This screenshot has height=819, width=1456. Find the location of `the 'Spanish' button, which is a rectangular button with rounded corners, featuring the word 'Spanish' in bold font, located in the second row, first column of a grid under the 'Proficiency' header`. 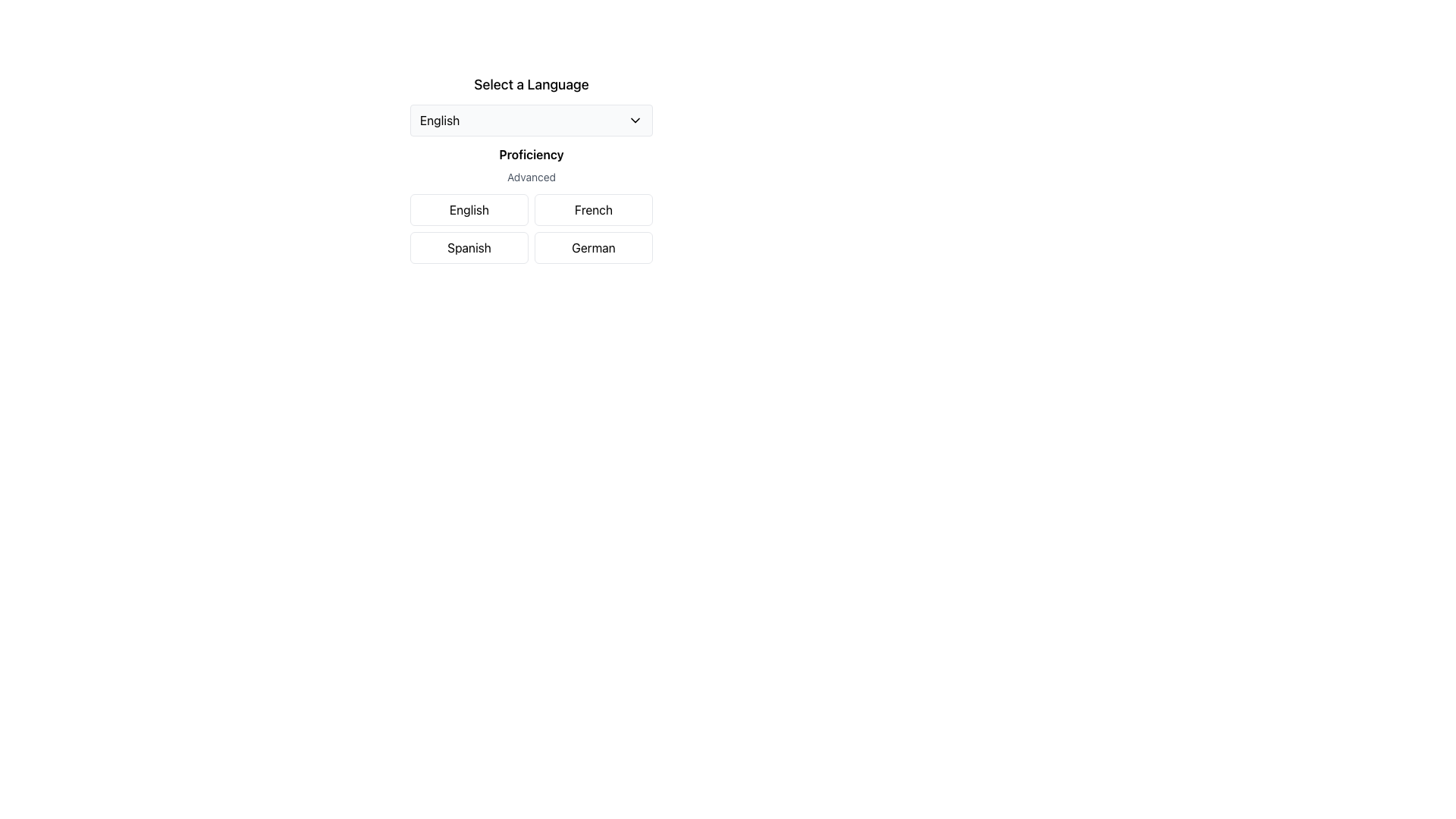

the 'Spanish' button, which is a rectangular button with rounded corners, featuring the word 'Spanish' in bold font, located in the second row, first column of a grid under the 'Proficiency' header is located at coordinates (469, 247).